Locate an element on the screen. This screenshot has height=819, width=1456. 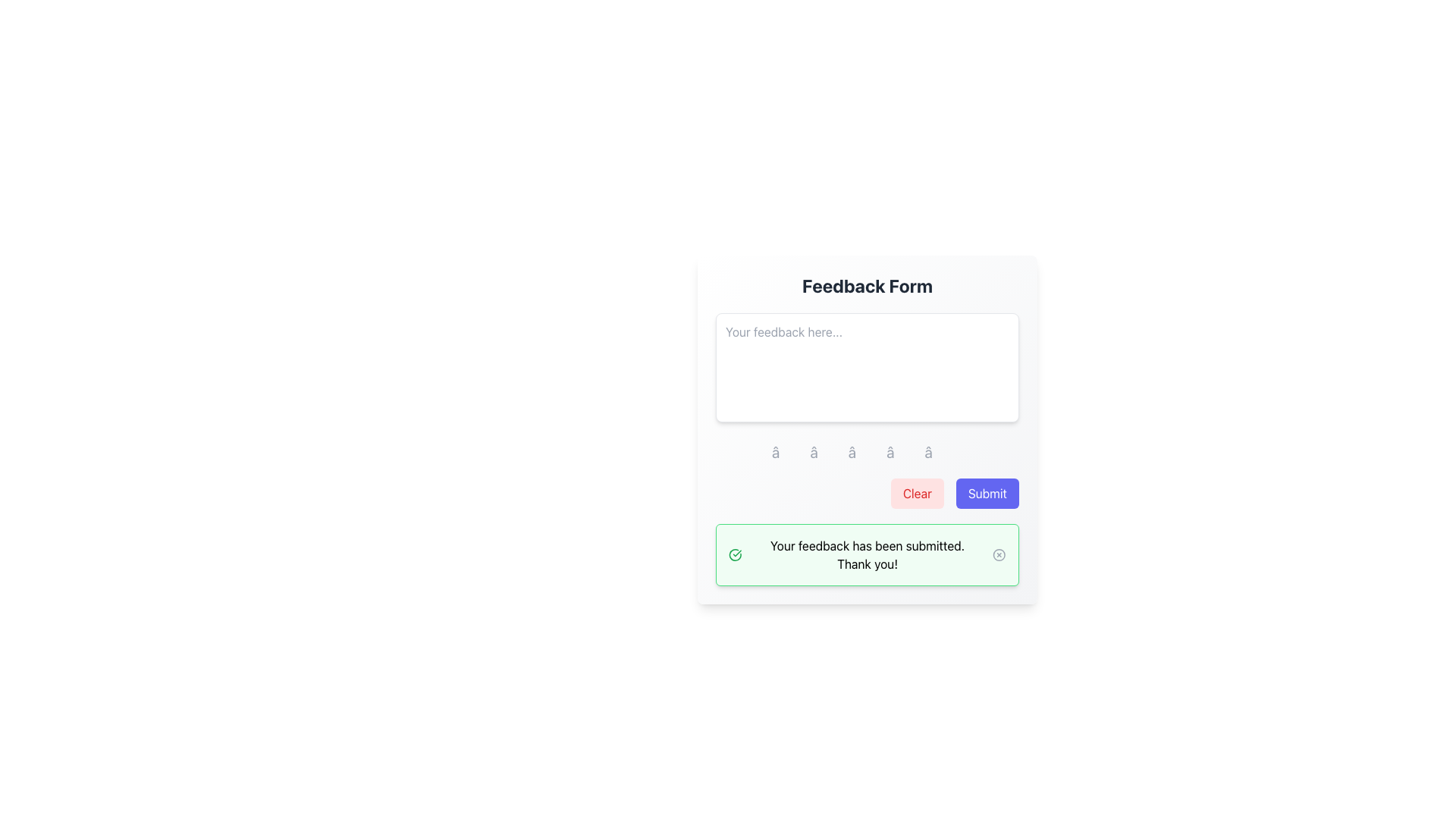
the dismiss button located to the immediate right of the message text 'Your feedback has been submitted. Thank you!' in the green-bordered notification box is located at coordinates (999, 555).